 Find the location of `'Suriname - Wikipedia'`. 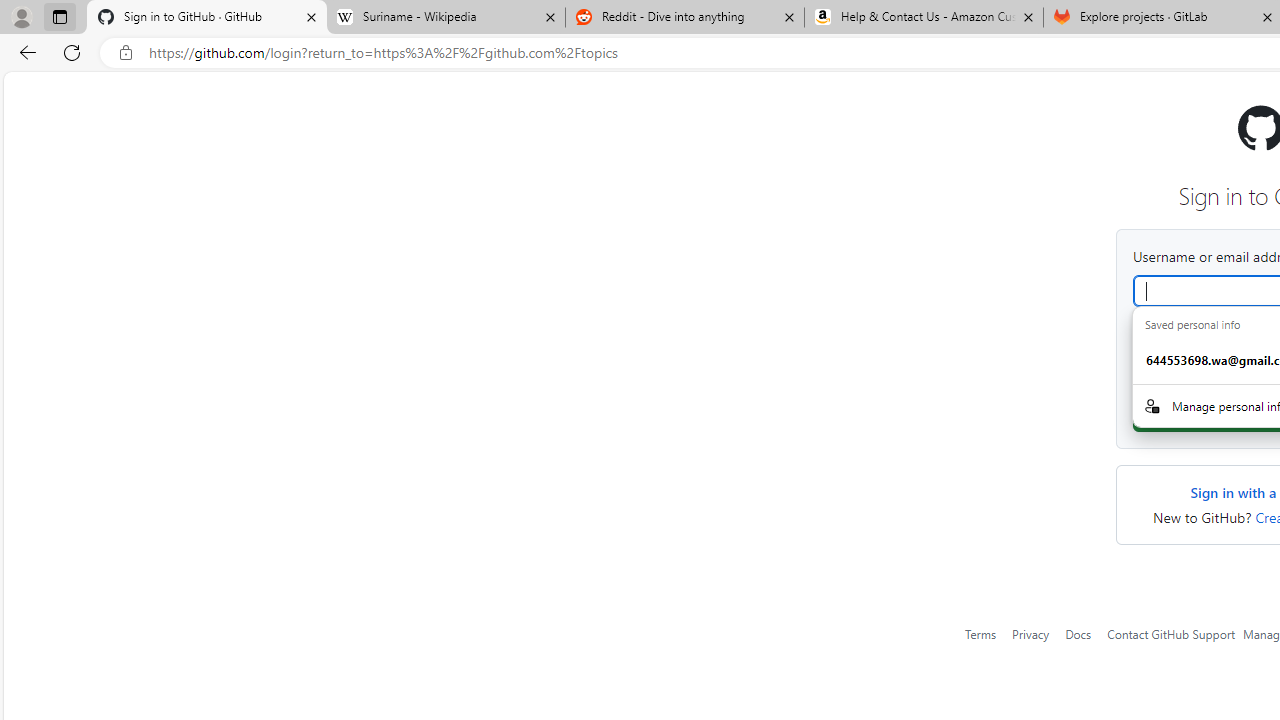

'Suriname - Wikipedia' is located at coordinates (444, 17).